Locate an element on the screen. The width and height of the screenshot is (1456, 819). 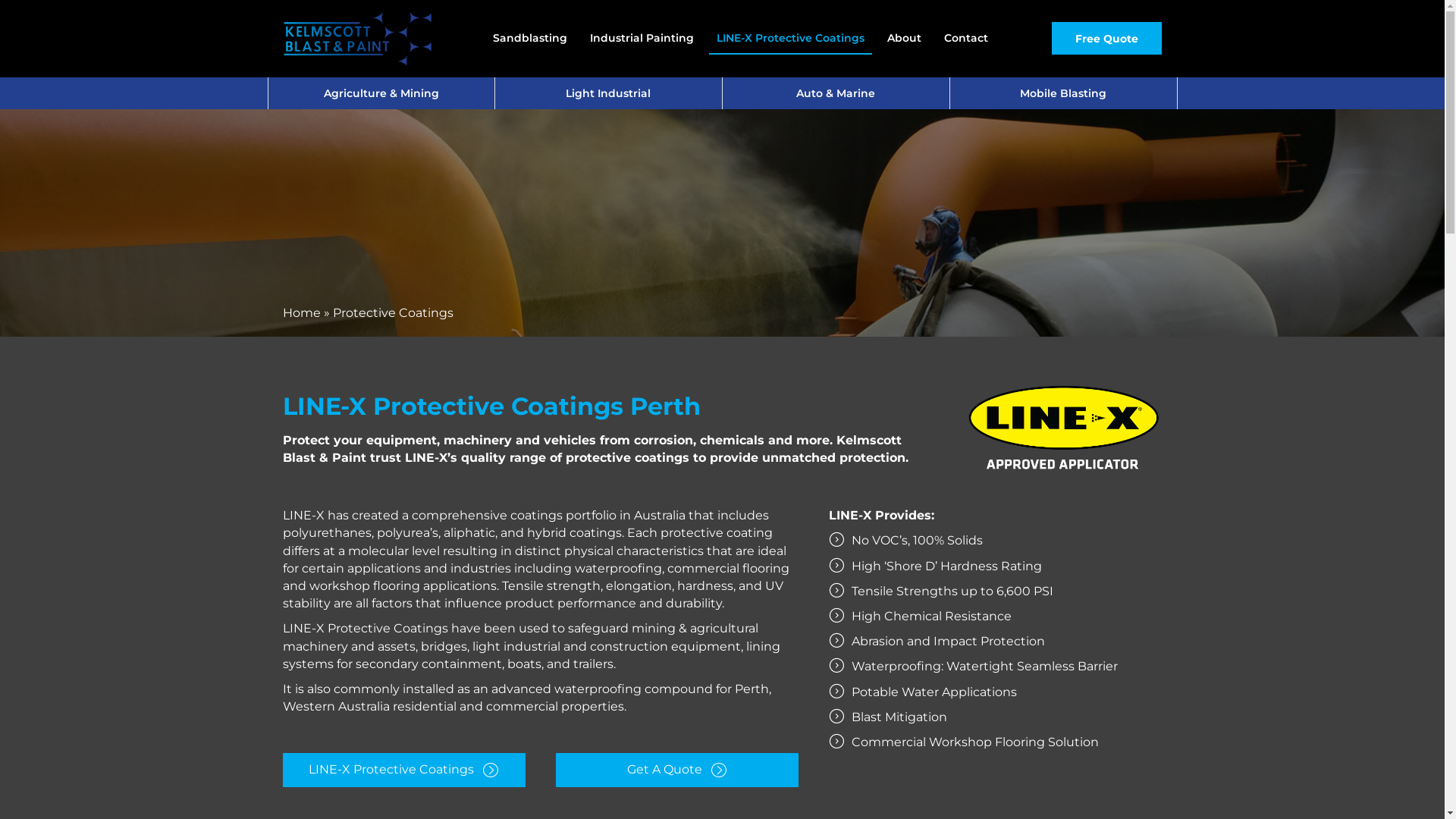
'Get A Quote' is located at coordinates (676, 770).